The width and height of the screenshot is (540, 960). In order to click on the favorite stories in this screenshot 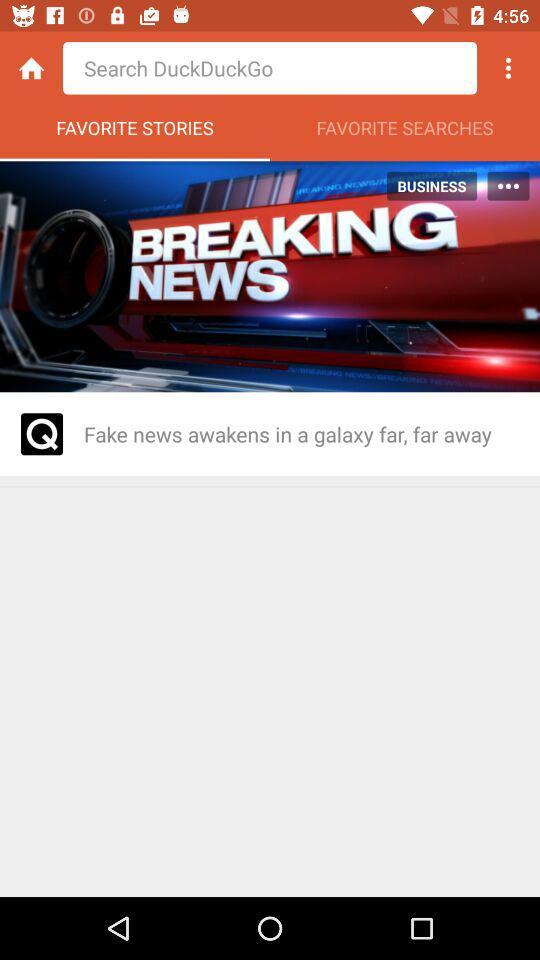, I will do `click(135, 132)`.